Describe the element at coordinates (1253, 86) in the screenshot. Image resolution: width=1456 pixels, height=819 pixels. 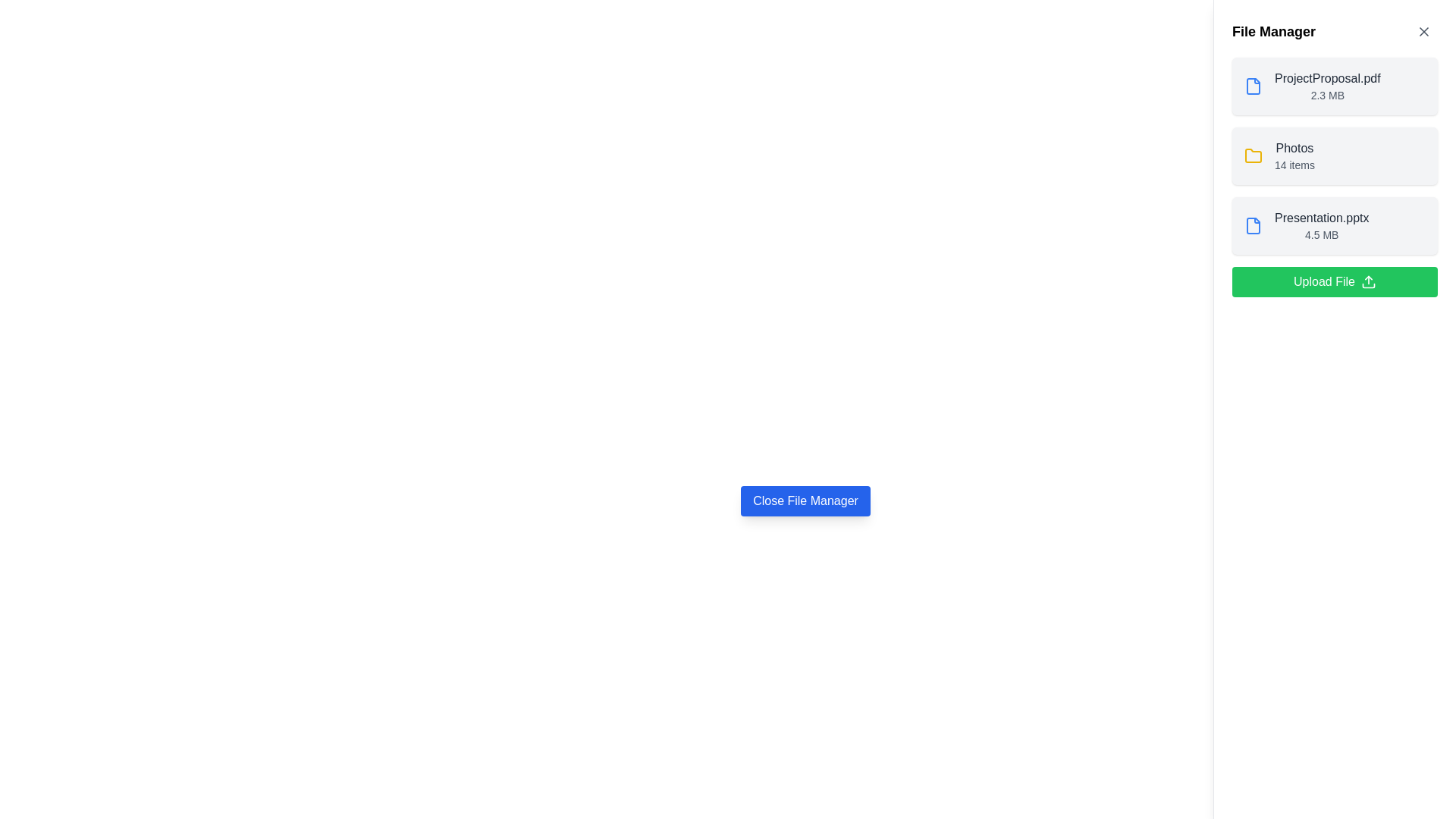
I see `the visual representation of the PDF file type icon located on the right side of the 'File Manager' section, associated with the item labeled 'ProjectProposal.pdf'` at that location.